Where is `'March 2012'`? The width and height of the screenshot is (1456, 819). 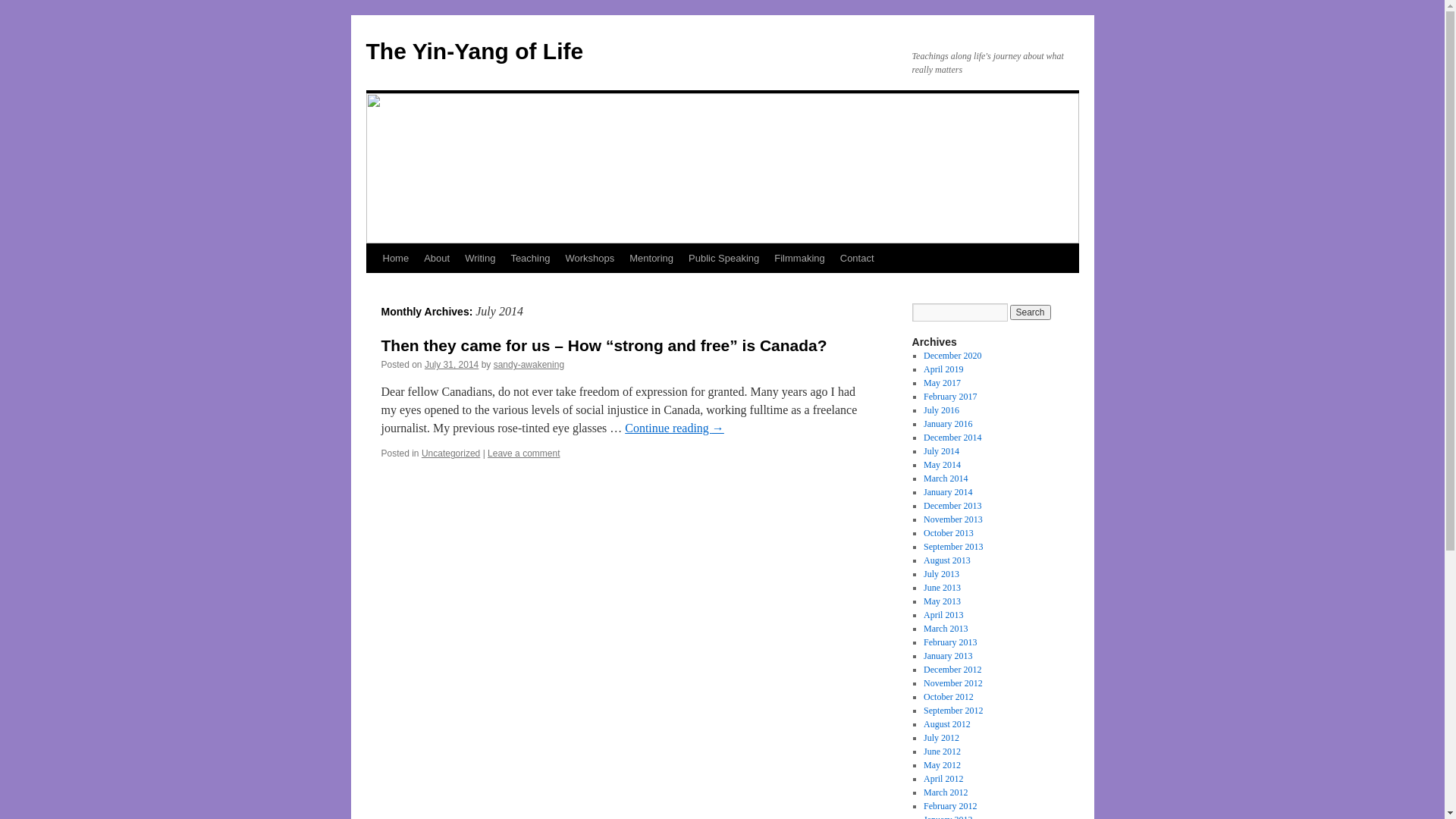 'March 2012' is located at coordinates (923, 792).